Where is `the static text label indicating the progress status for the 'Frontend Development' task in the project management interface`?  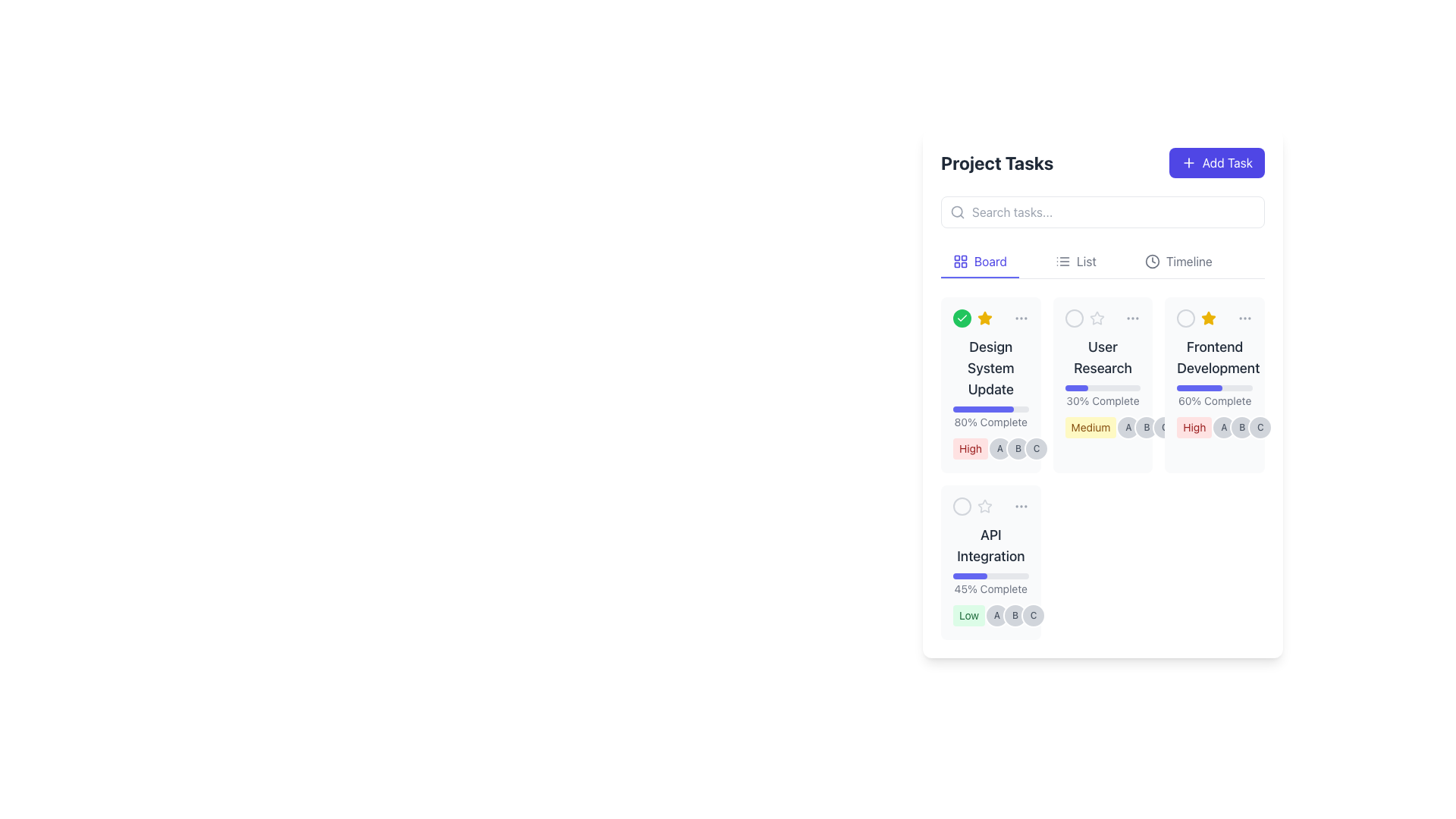
the static text label indicating the progress status for the 'Frontend Development' task in the project management interface is located at coordinates (1215, 400).